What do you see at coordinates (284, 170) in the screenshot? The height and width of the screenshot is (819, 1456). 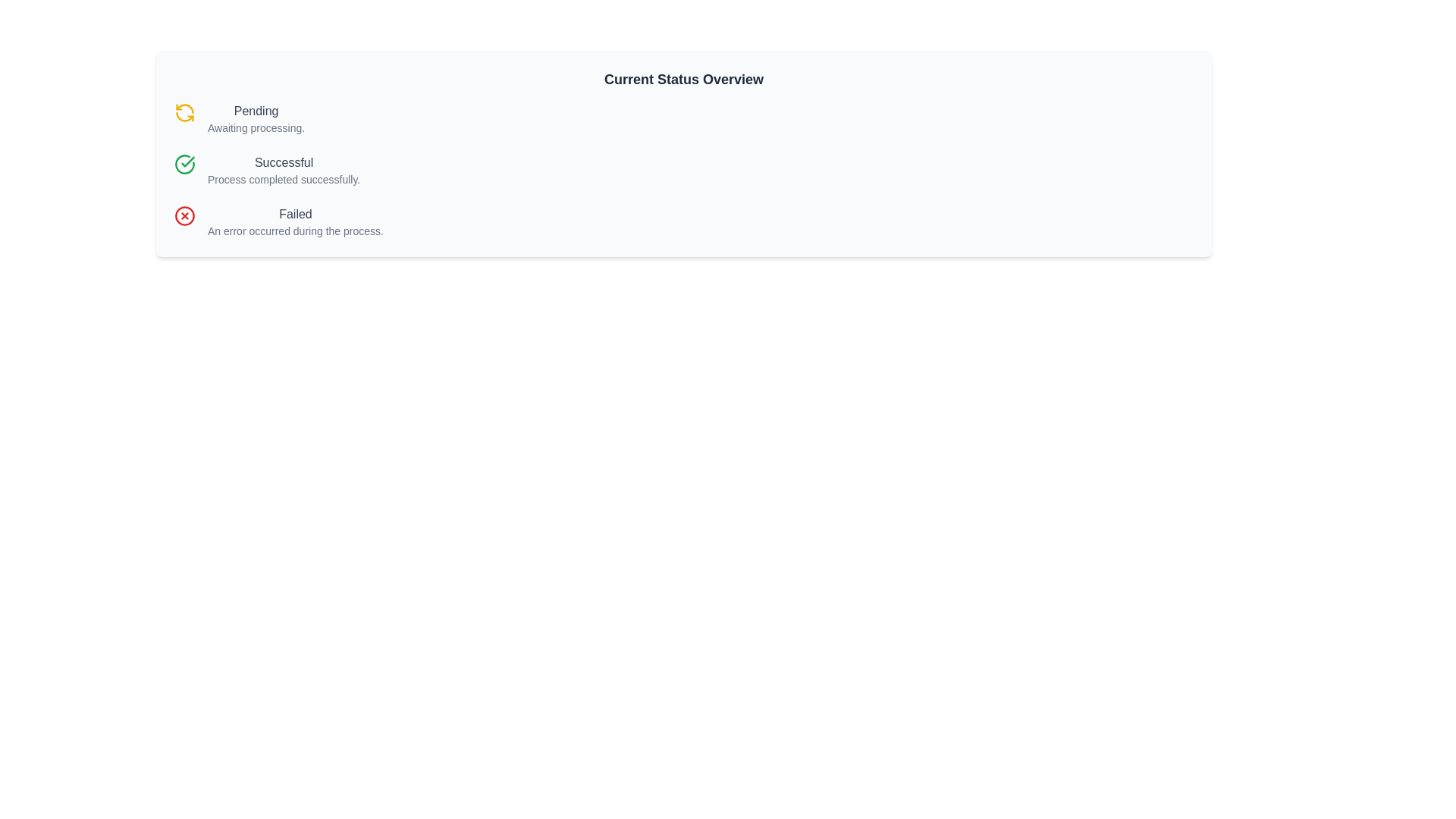 I see `the feedback message displayed in the Text block located in the middle column of the tri-section status overview panel, specifically the second listed status between 'Pending' and 'Failed'` at bounding box center [284, 170].